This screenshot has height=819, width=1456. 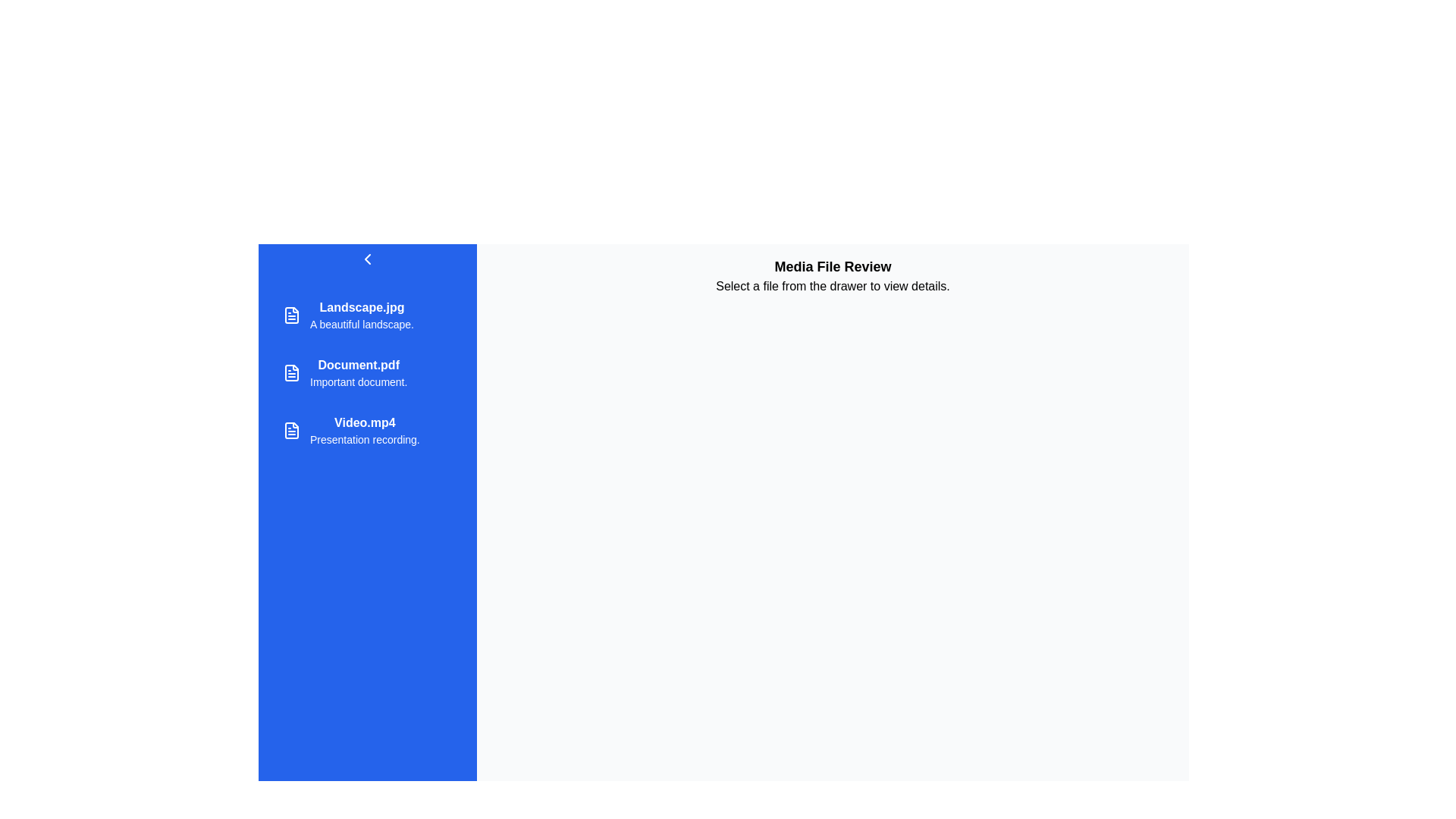 I want to click on the first list item labeled 'Landscape.jpg' with the description 'A beautiful landscape.', so click(x=361, y=315).